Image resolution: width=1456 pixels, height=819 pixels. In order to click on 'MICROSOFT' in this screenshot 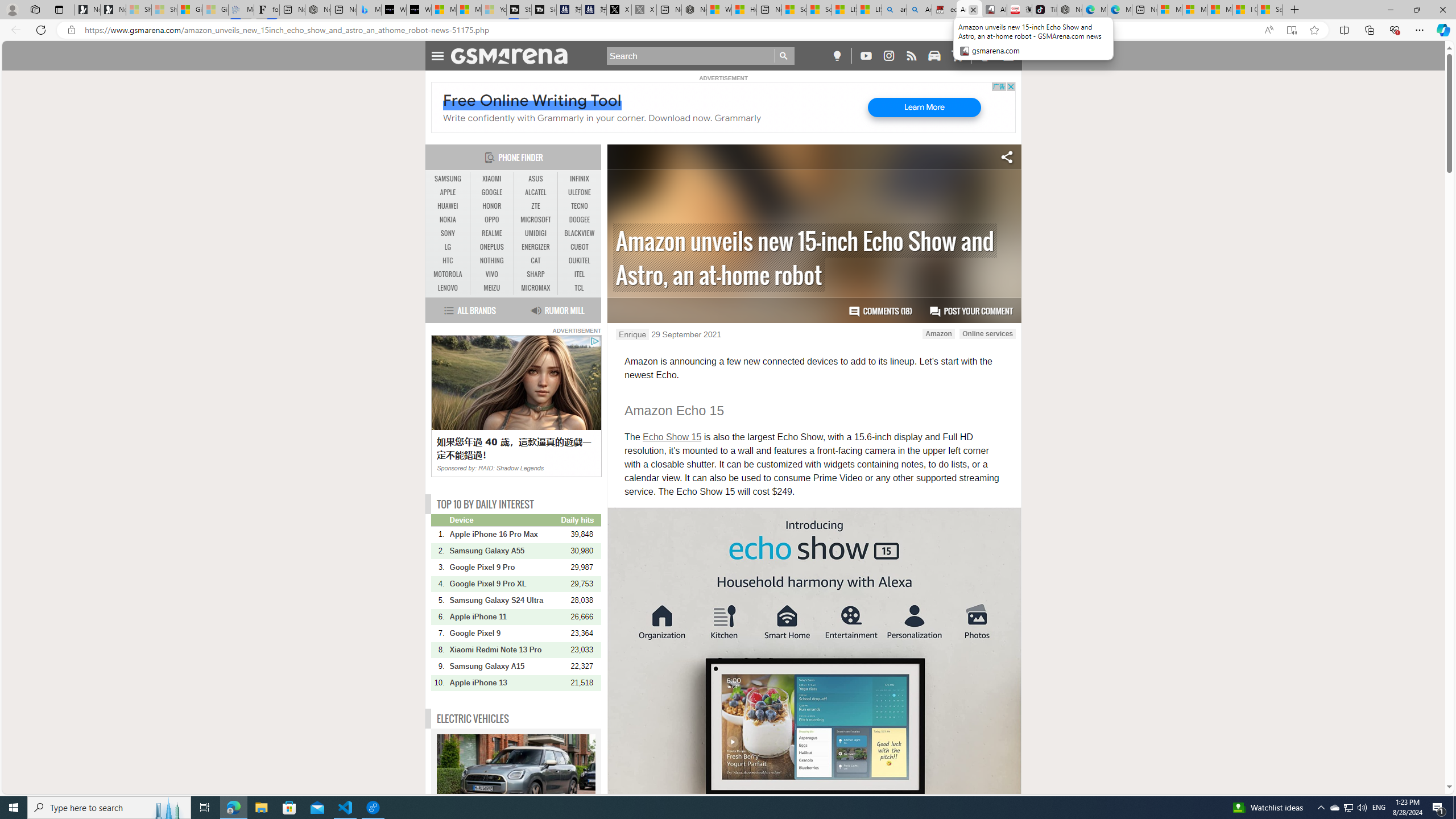, I will do `click(535, 220)`.